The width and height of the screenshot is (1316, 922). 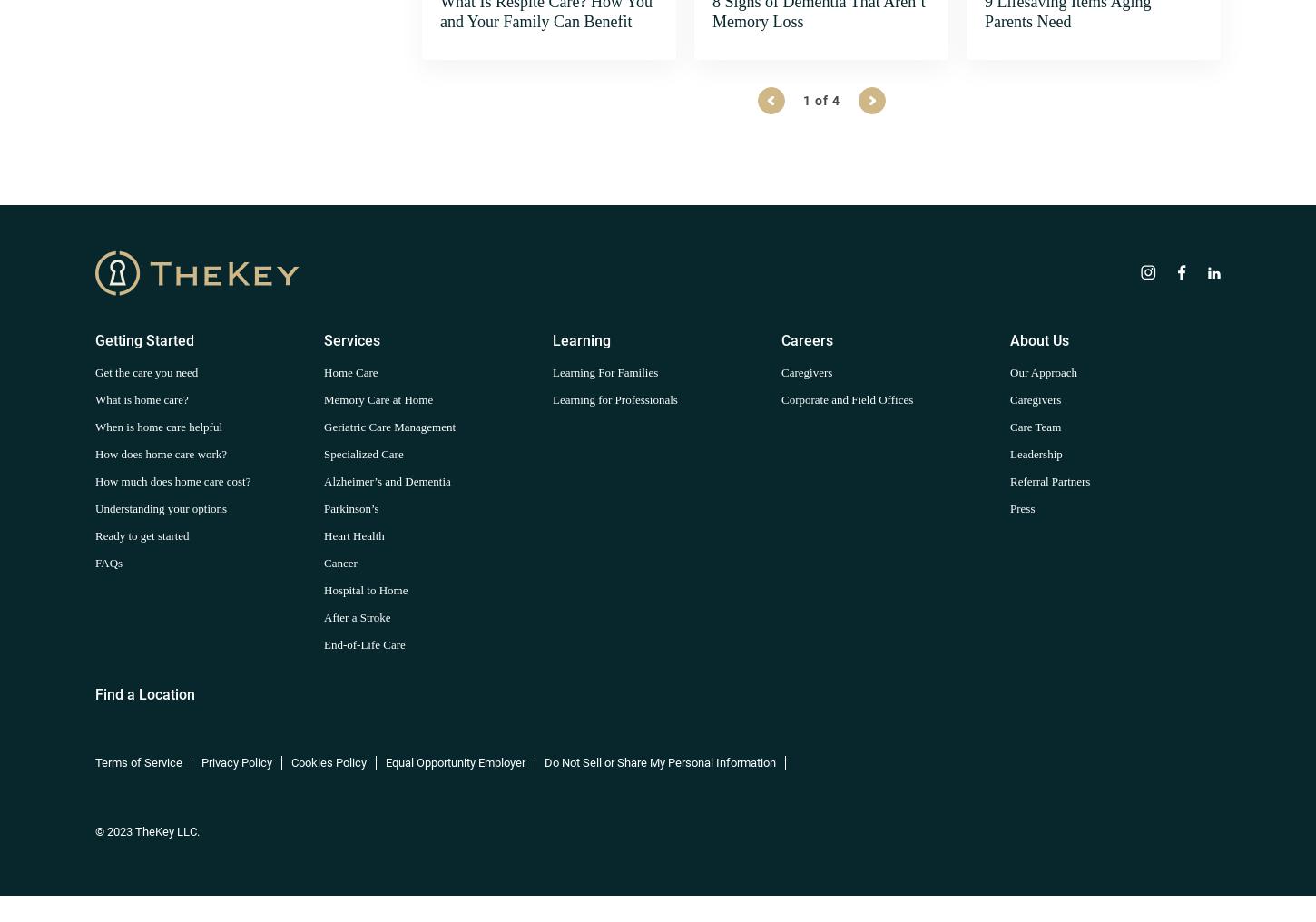 I want to click on 'Hospital to Home', so click(x=364, y=588).